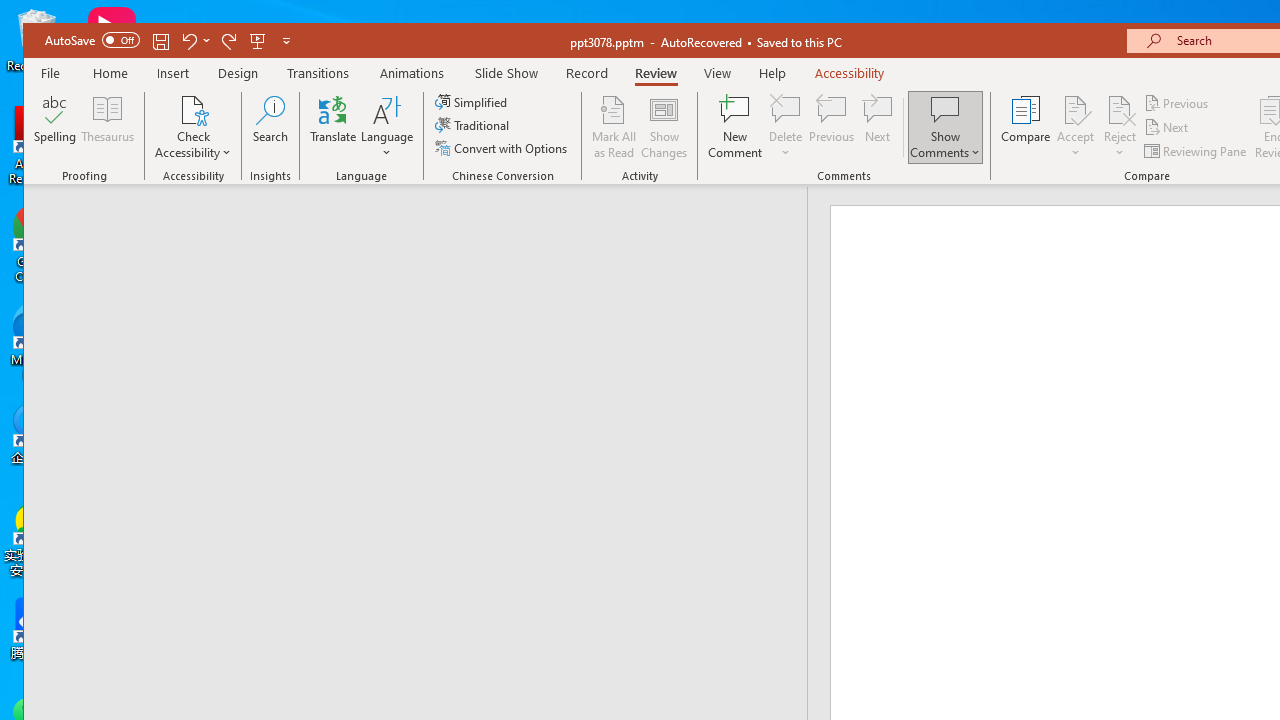 The image size is (1280, 720). Describe the element at coordinates (784, 109) in the screenshot. I see `'Delete'` at that location.